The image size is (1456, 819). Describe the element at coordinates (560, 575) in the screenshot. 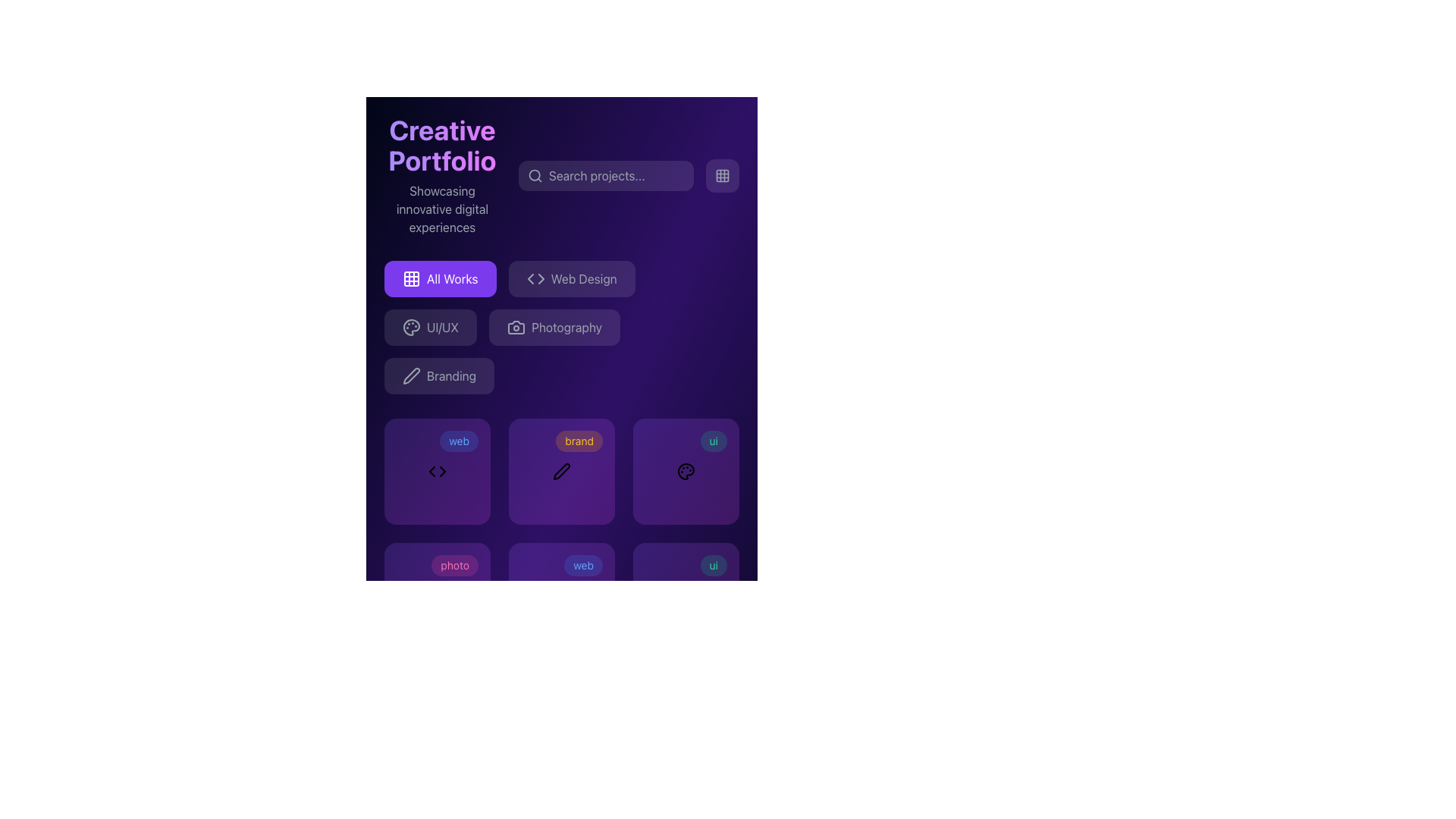

I see `the title text element that serves as a headline for the card, located in the upper part of the footer-like section at the bottom of the card` at that location.